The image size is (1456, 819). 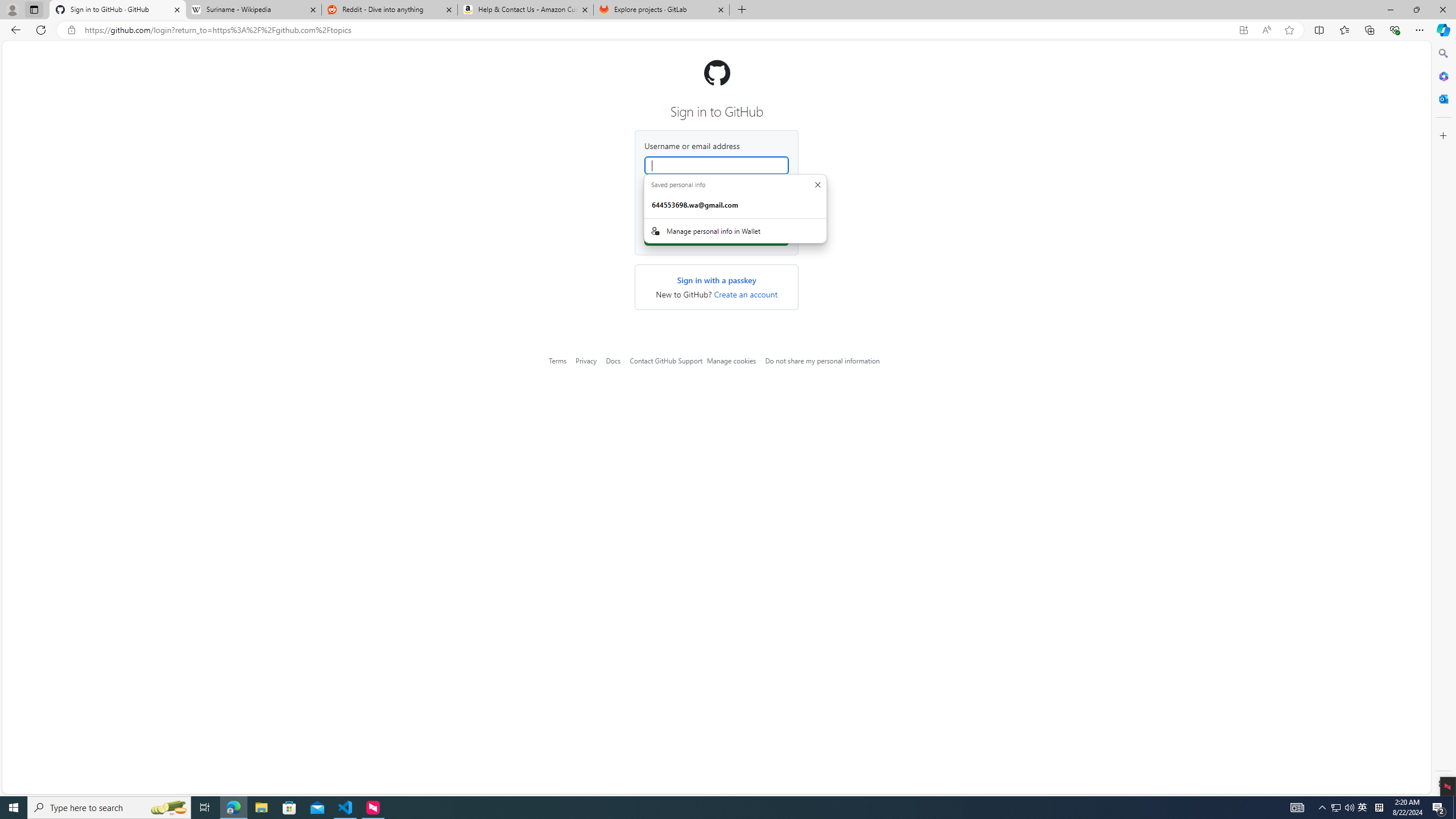 I want to click on 'Reddit - Dive into anything', so click(x=390, y=9).